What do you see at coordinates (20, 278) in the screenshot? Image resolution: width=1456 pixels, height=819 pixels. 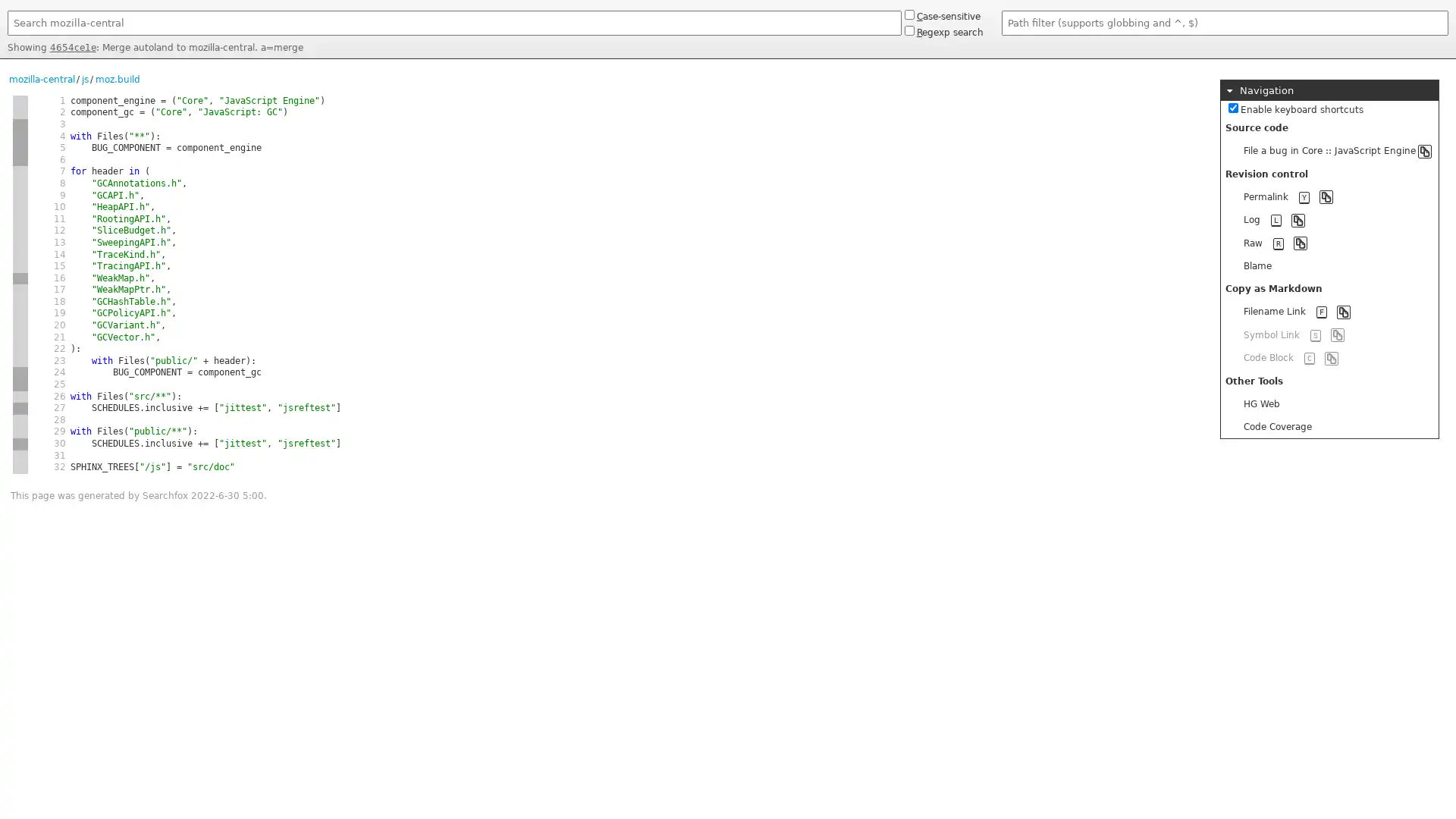 I see `new hash 3` at bounding box center [20, 278].